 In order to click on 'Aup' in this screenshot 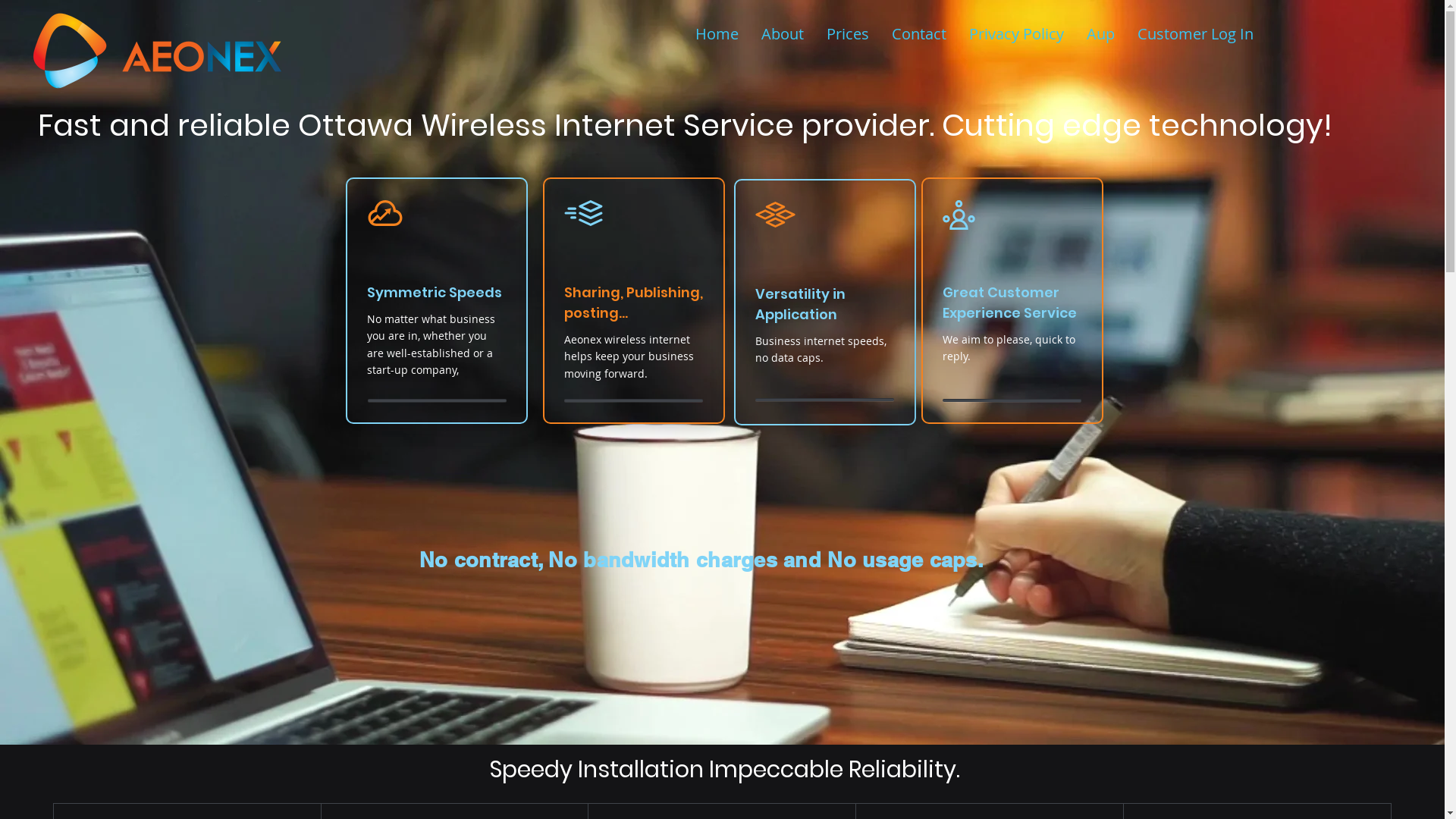, I will do `click(1100, 34)`.